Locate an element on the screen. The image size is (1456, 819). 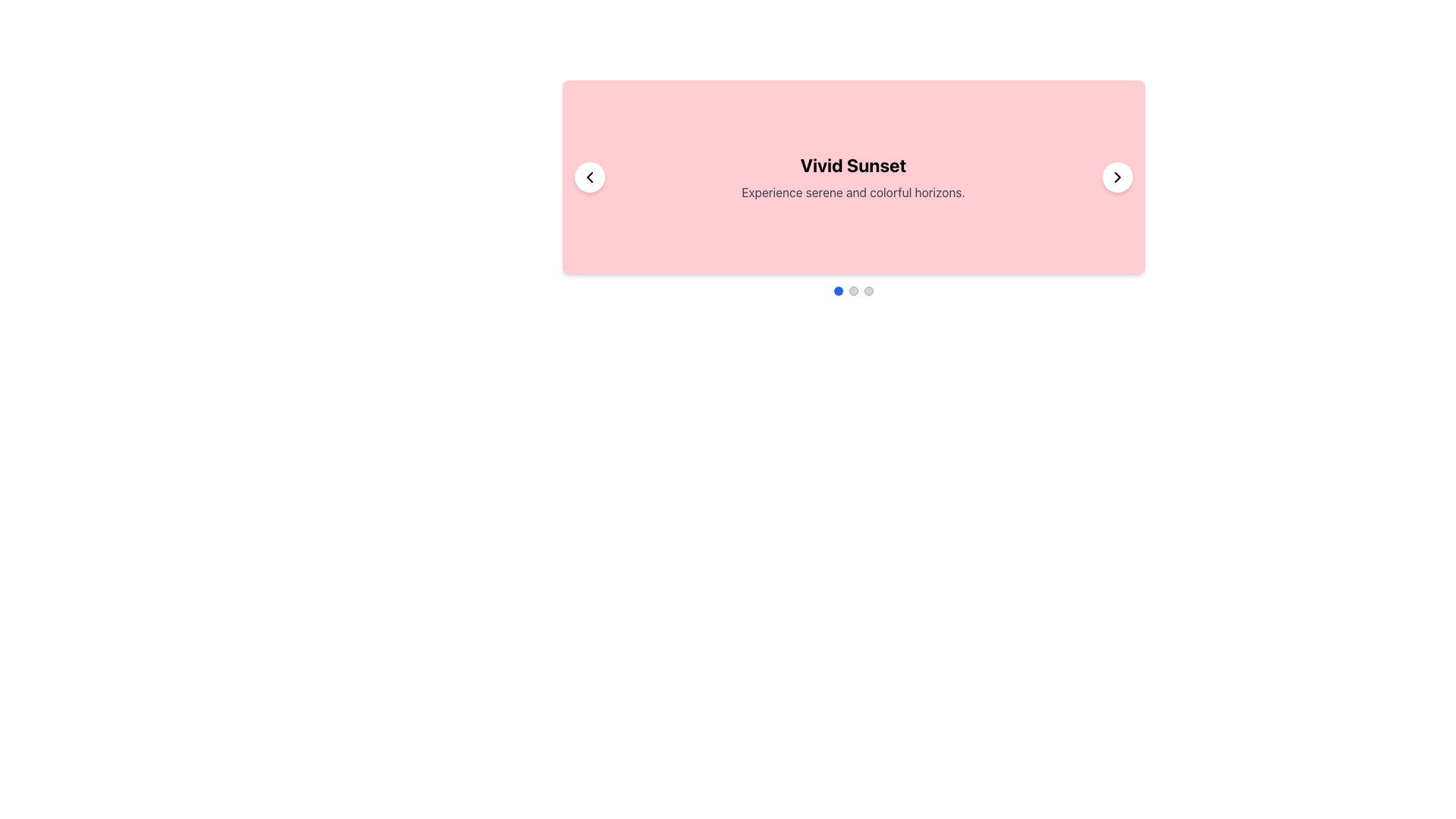
the interactive navigation button located on the extreme right of the pink rectangular card titled 'Vivid Sunset' is located at coordinates (1117, 177).